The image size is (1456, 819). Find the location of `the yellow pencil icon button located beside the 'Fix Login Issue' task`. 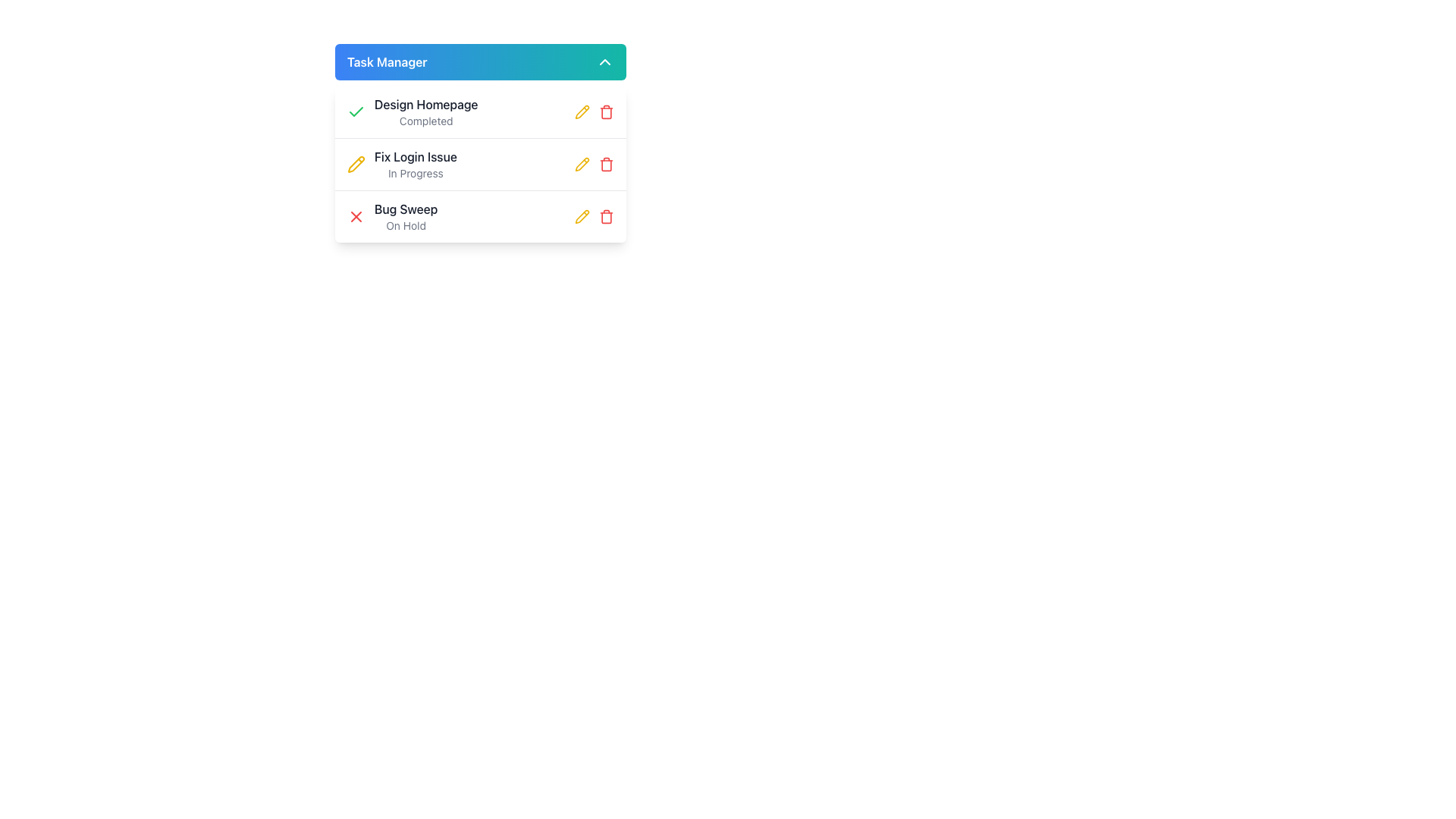

the yellow pencil icon button located beside the 'Fix Login Issue' task is located at coordinates (356, 164).